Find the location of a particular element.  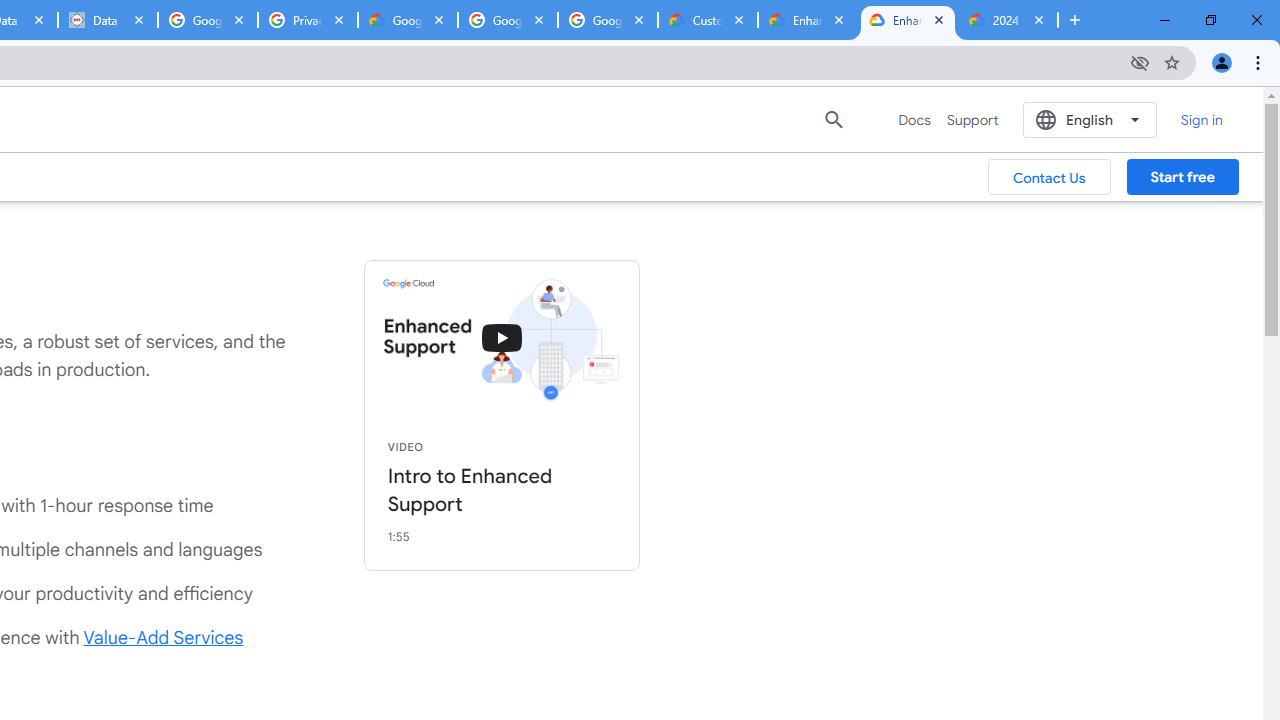

'Docs' is located at coordinates (914, 119).